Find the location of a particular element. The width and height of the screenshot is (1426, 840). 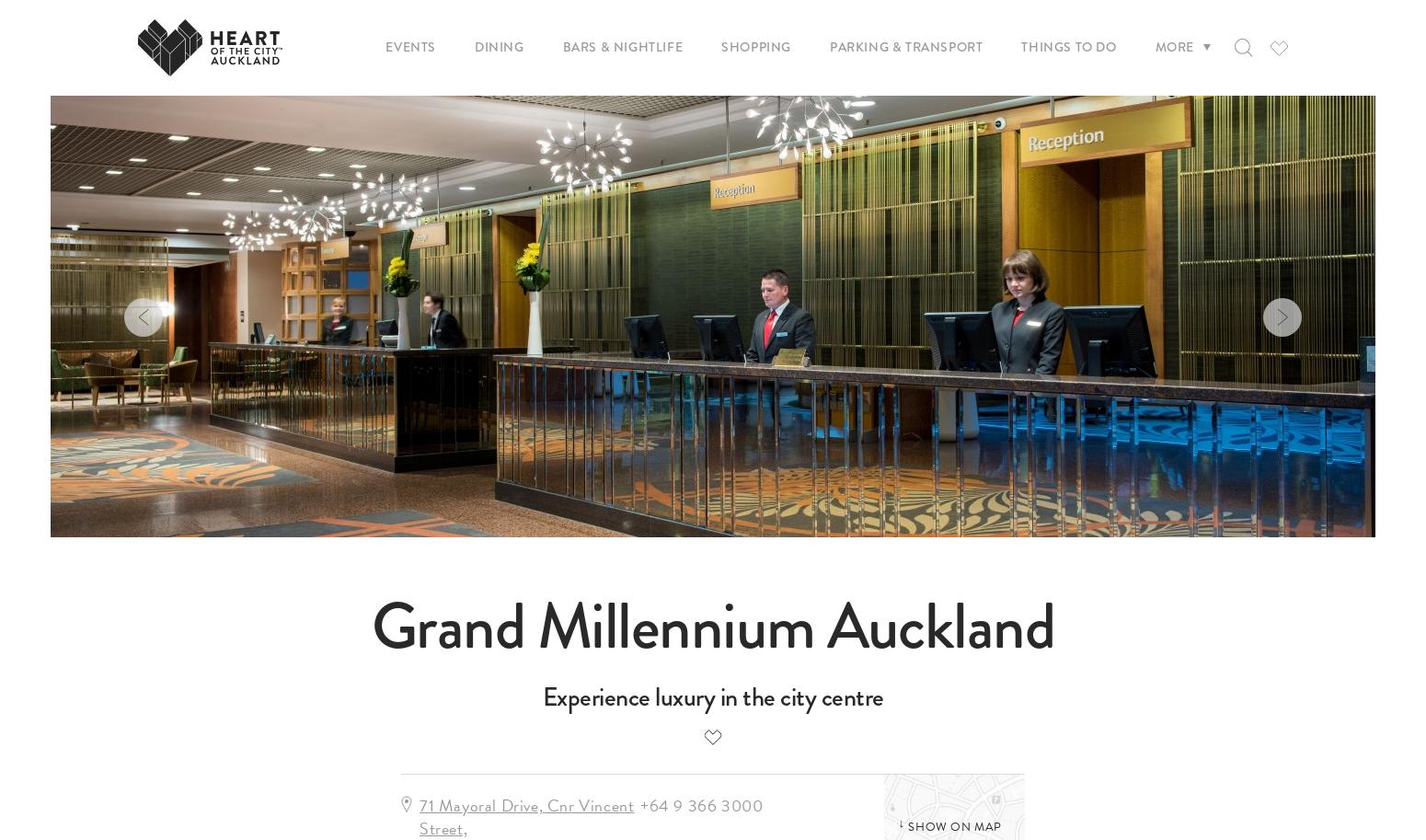

'Visit' is located at coordinates (638, 122).